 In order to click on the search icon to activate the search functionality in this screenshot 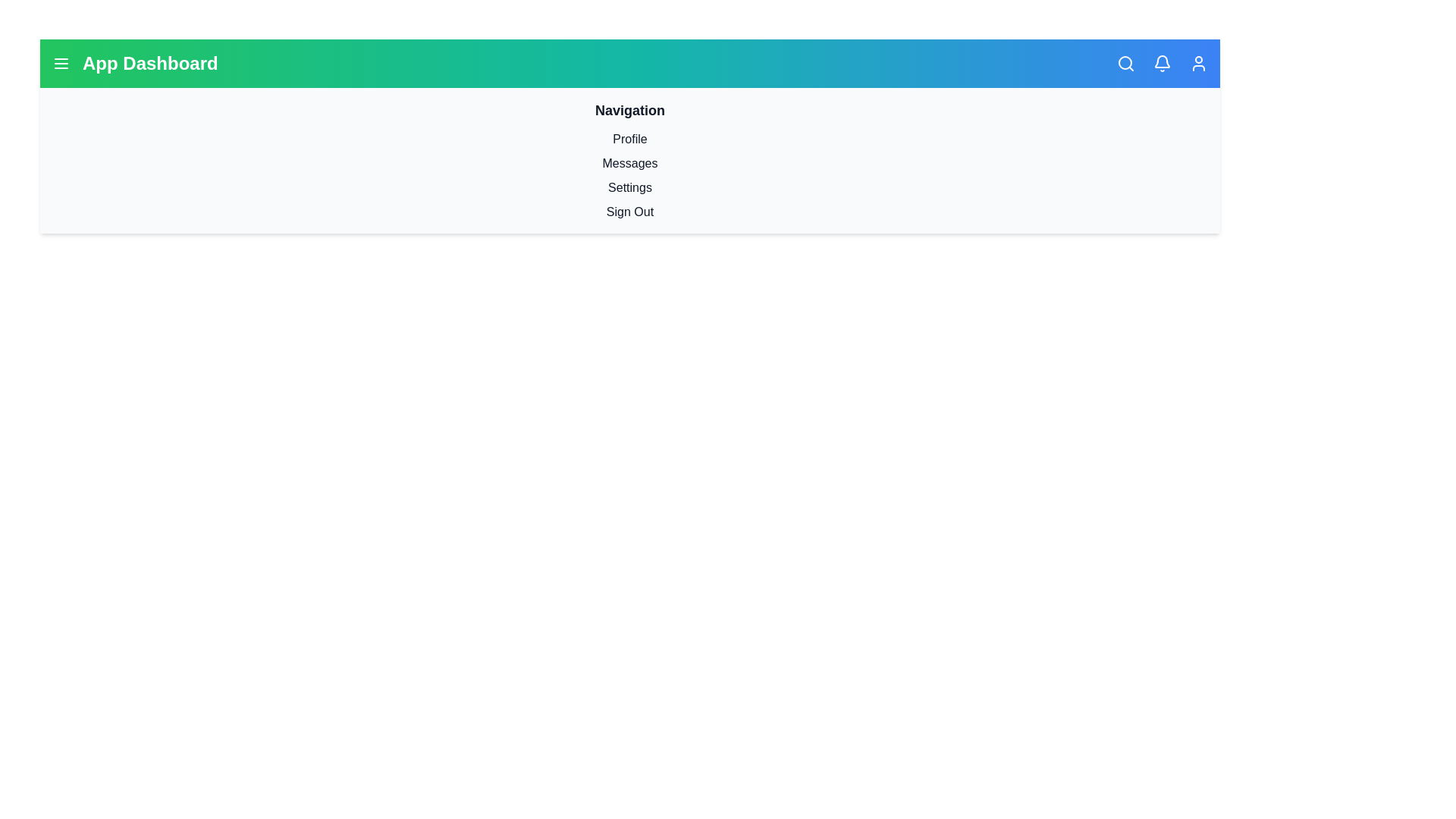, I will do `click(1125, 63)`.